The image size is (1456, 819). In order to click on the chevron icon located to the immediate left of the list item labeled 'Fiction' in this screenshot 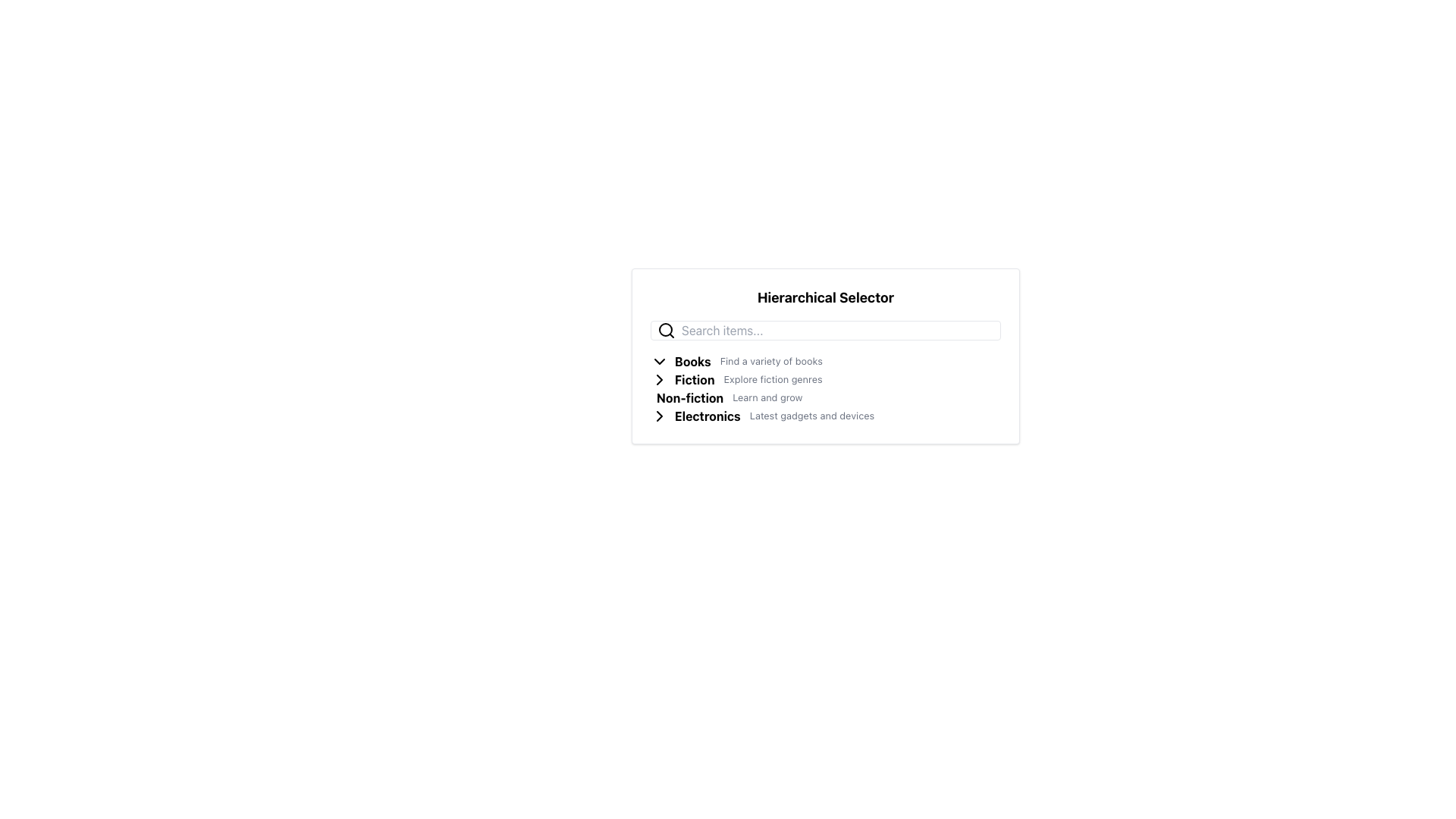, I will do `click(659, 379)`.